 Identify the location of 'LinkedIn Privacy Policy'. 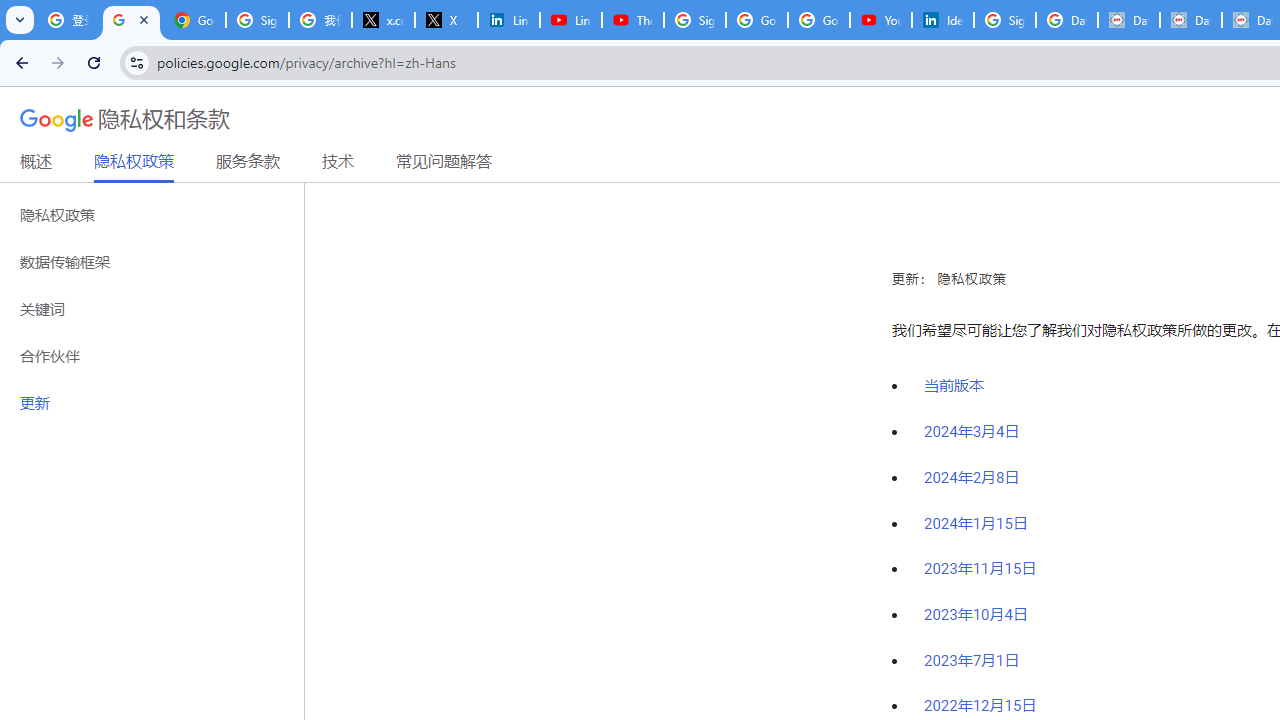
(508, 20).